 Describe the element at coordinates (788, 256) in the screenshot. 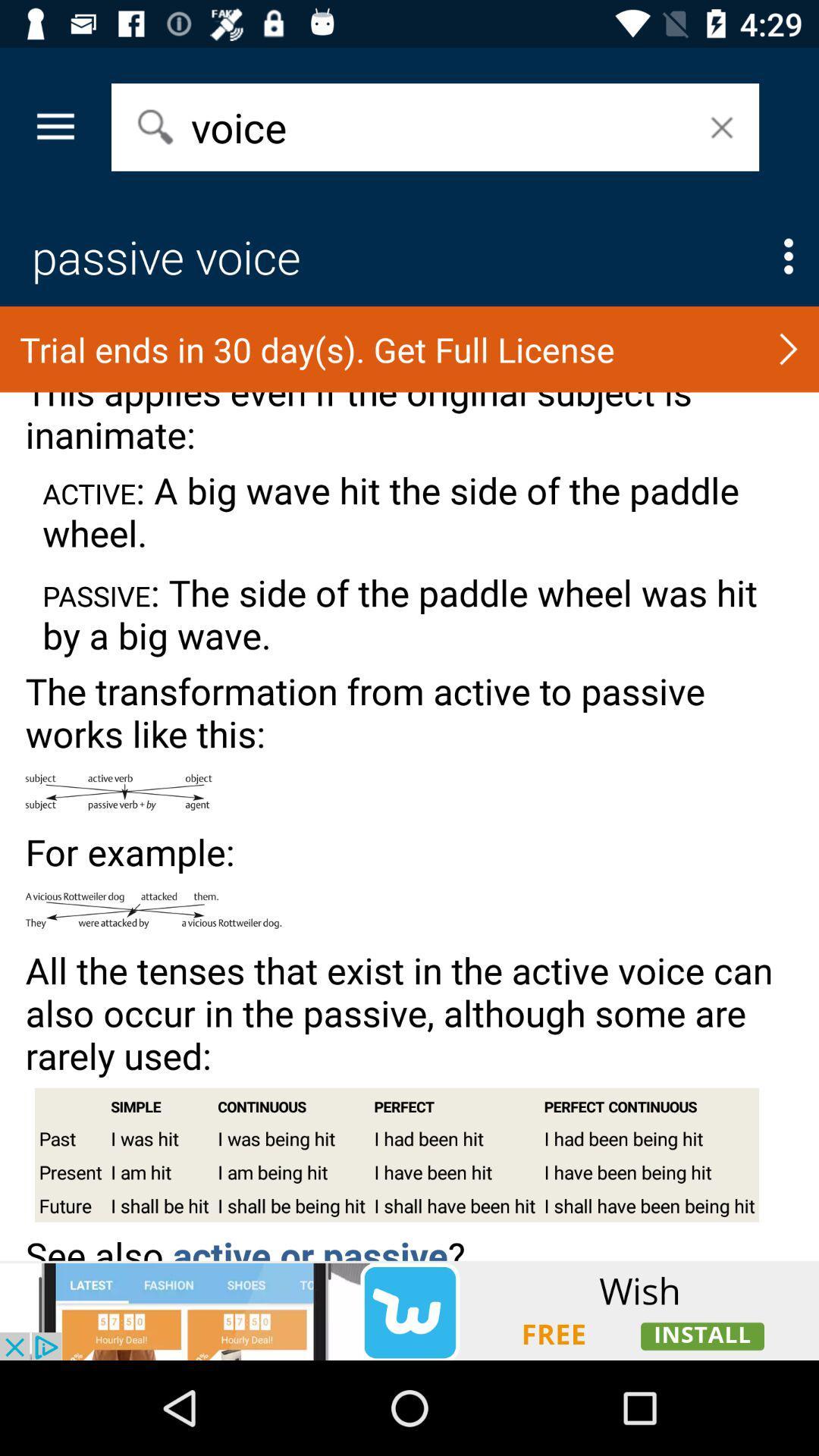

I see `more information` at that location.